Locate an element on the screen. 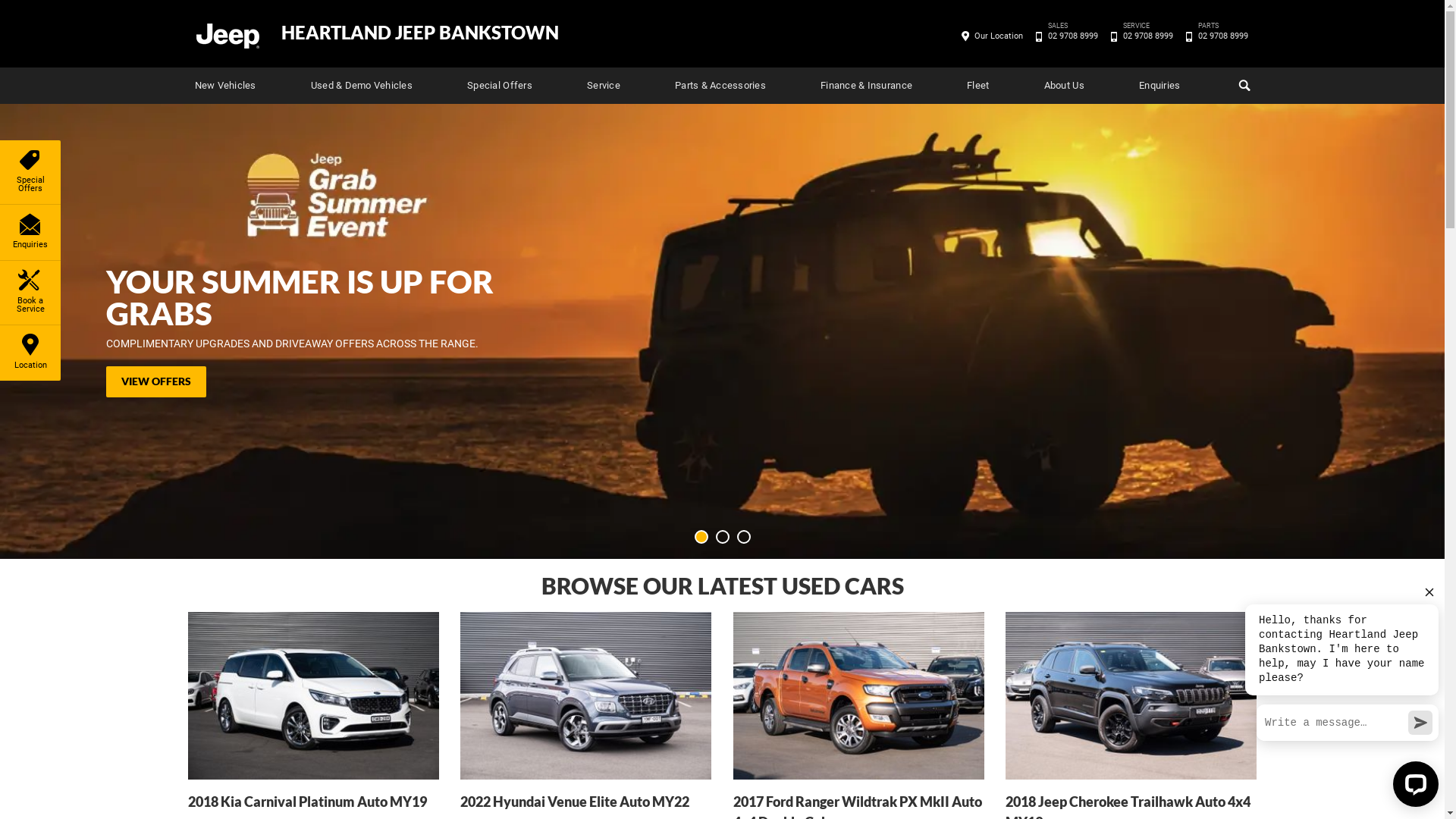 The image size is (1456, 819). 'VIEW OFFERS' is located at coordinates (156, 381).